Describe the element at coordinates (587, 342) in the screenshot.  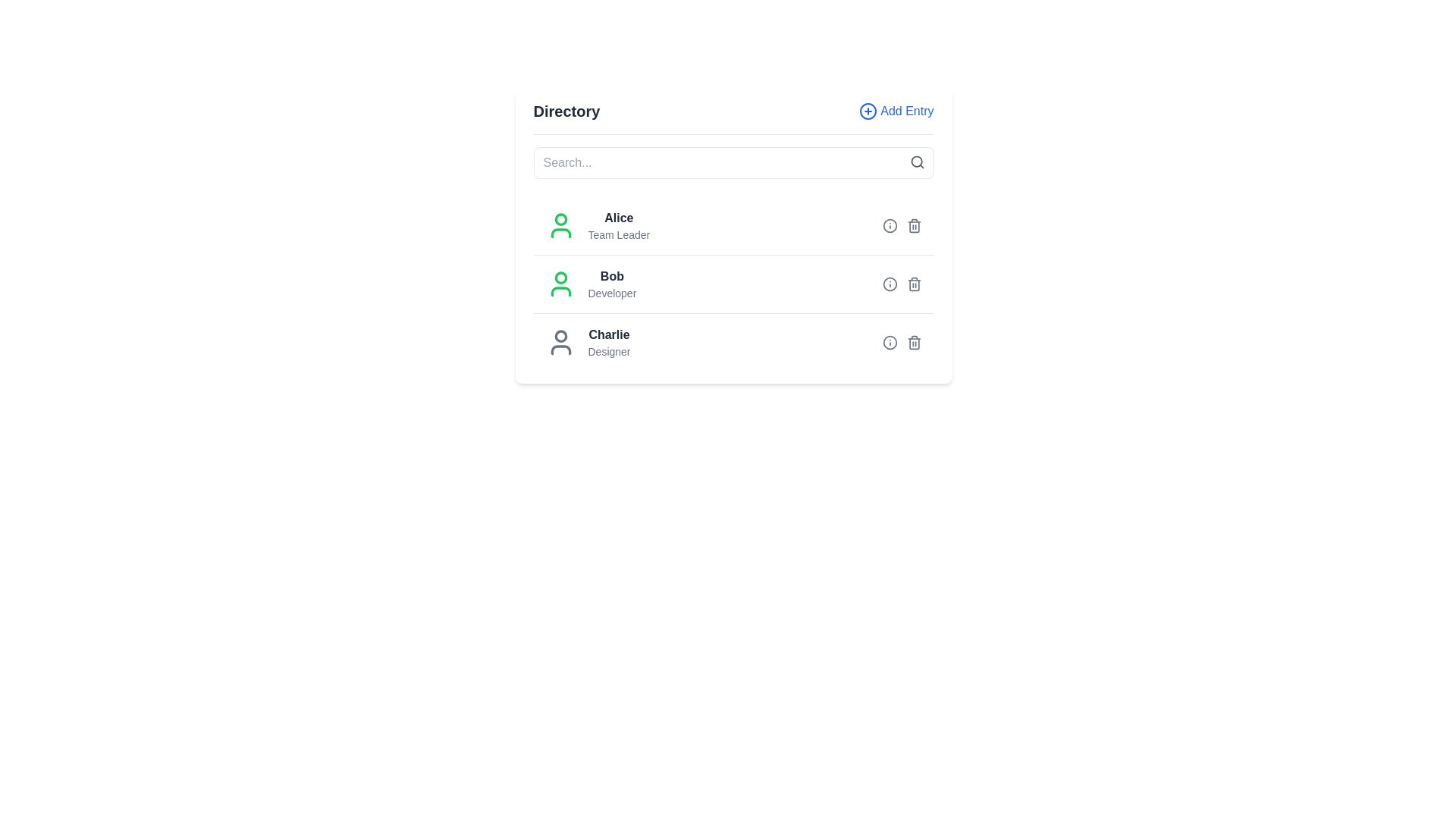
I see `the user profile list item displaying the icon of a user silhouette and the text 'Charlie' with the subtitle 'Designer'. This is the third item in the profile list` at that location.